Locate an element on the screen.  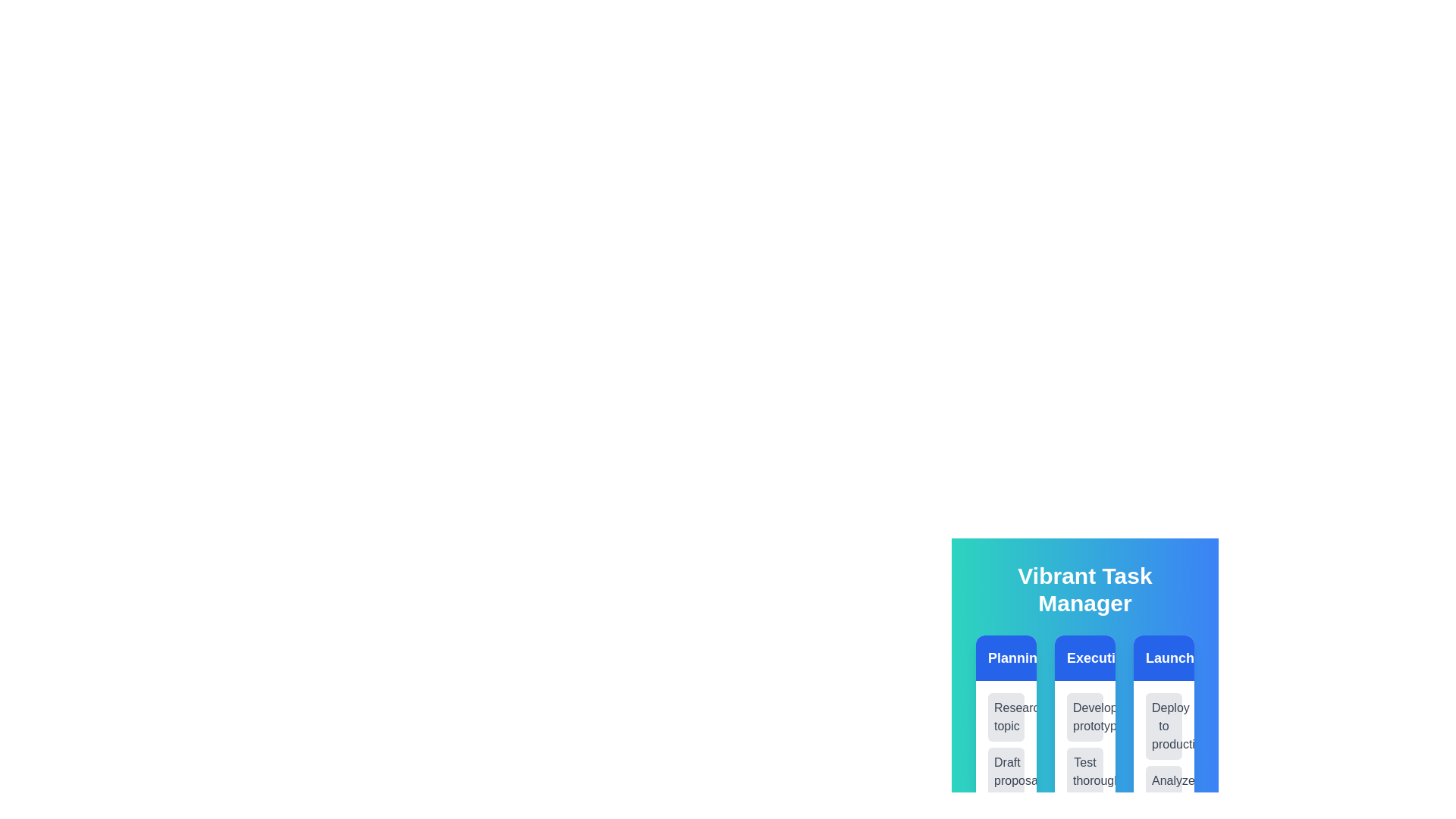
the text label indicating a task or phase within the 'Planning' category in the 'Vibrant Task Manager', located below the 'Research topic' entry is located at coordinates (1006, 772).